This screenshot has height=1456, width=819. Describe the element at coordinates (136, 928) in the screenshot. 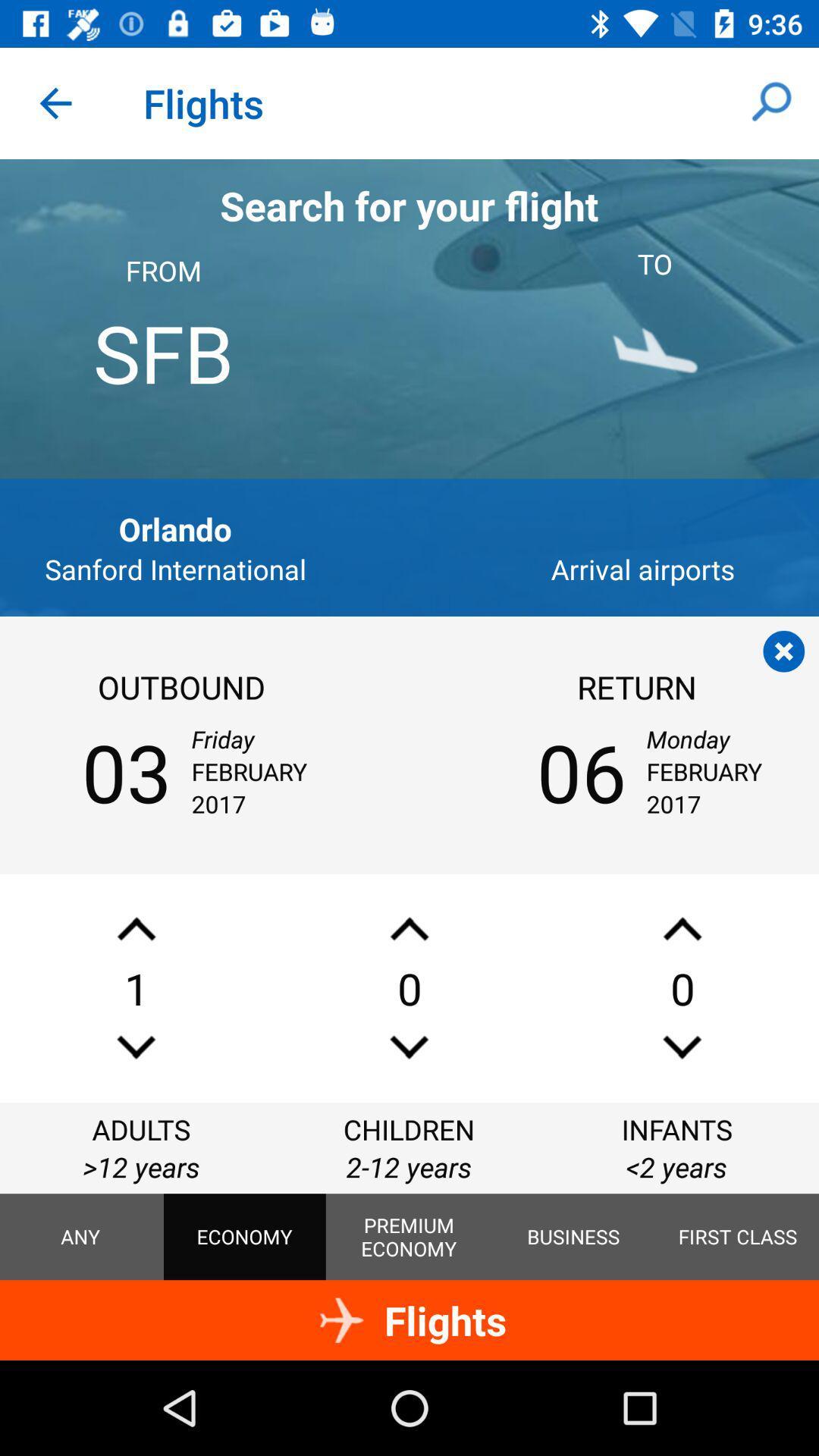

I see `the font icon` at that location.